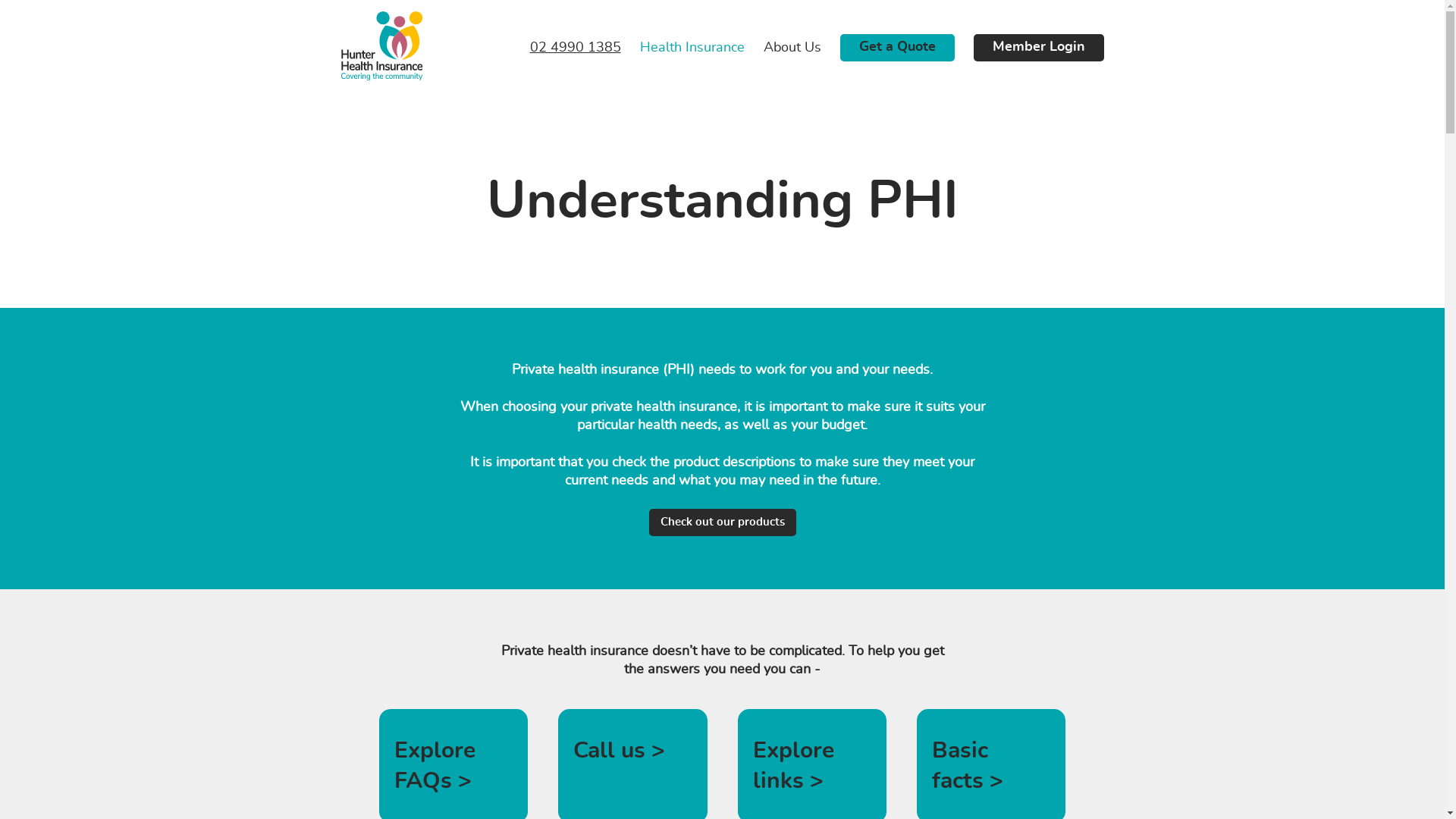 This screenshot has height=819, width=1456. Describe the element at coordinates (967, 766) in the screenshot. I see `'Basic facts >'` at that location.